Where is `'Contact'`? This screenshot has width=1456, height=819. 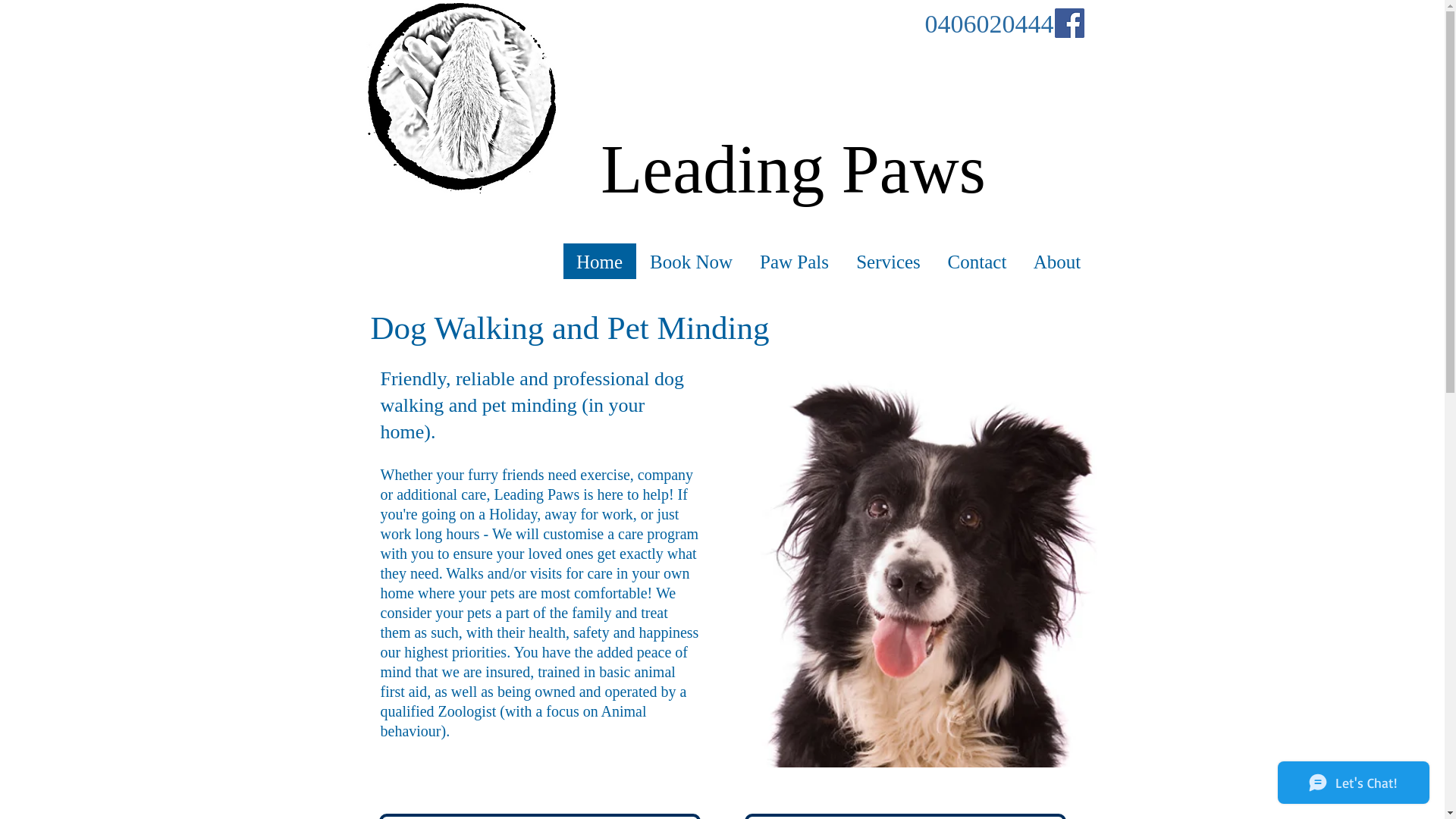 'Contact' is located at coordinates (934, 261).